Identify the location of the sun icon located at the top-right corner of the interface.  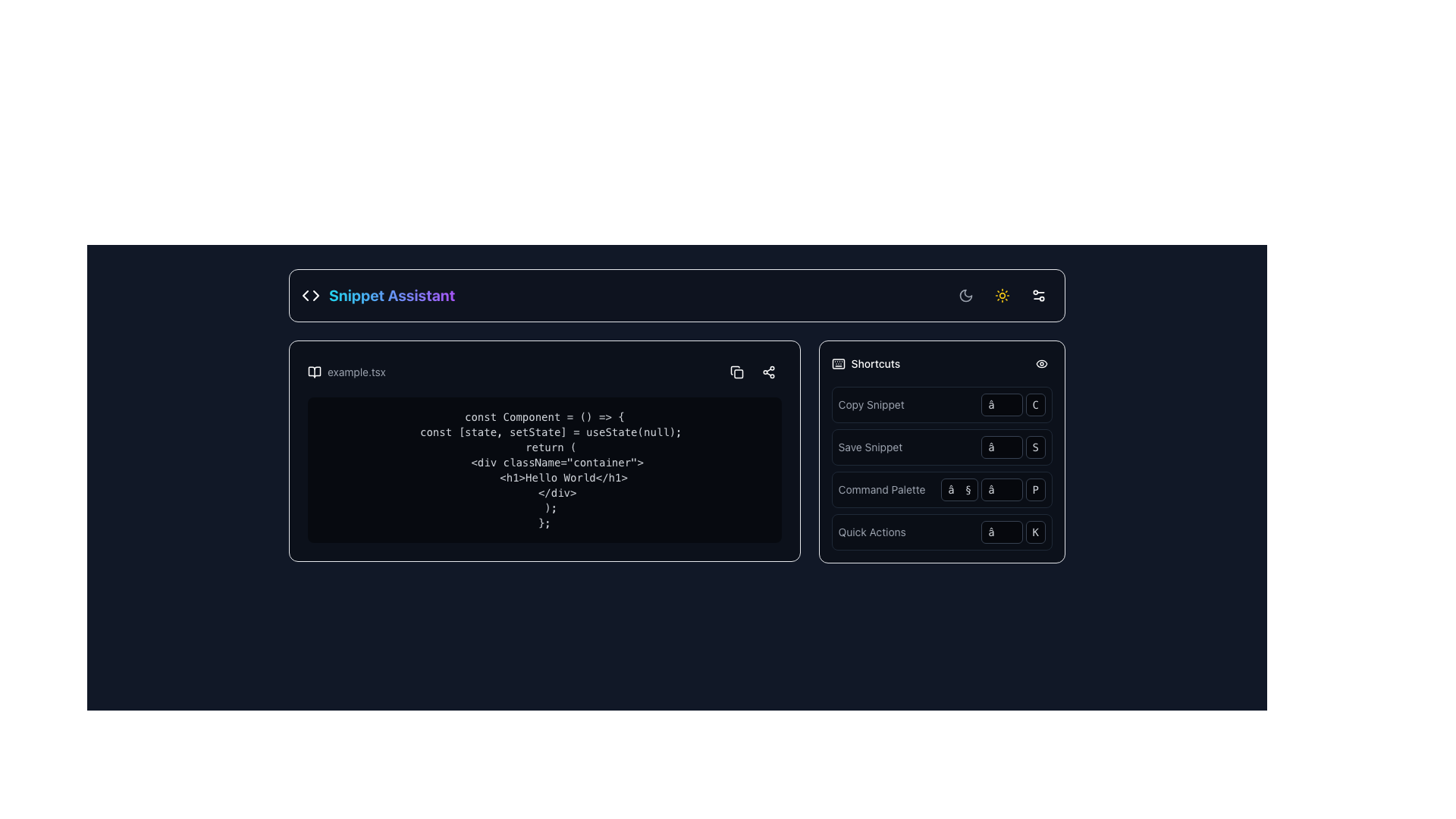
(1002, 295).